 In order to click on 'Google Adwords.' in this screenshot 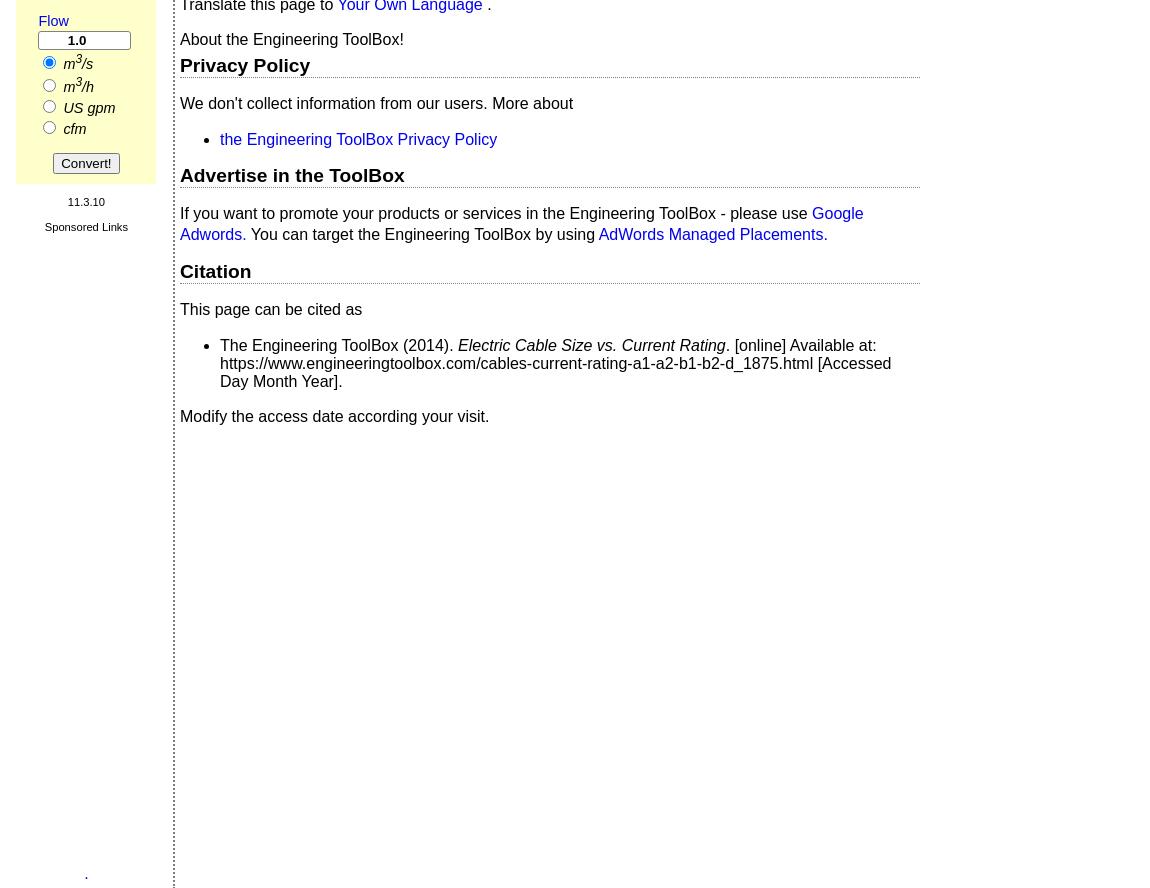, I will do `click(521, 223)`.